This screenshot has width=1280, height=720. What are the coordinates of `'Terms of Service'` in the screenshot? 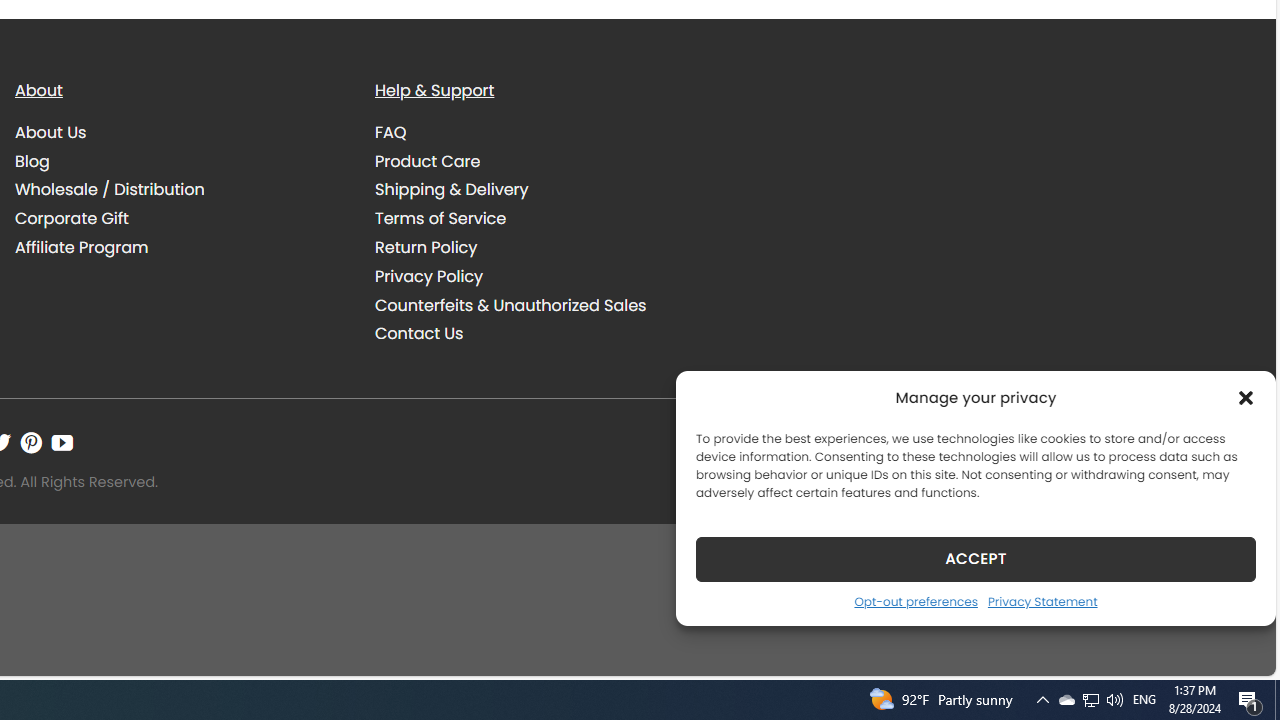 It's located at (540, 218).